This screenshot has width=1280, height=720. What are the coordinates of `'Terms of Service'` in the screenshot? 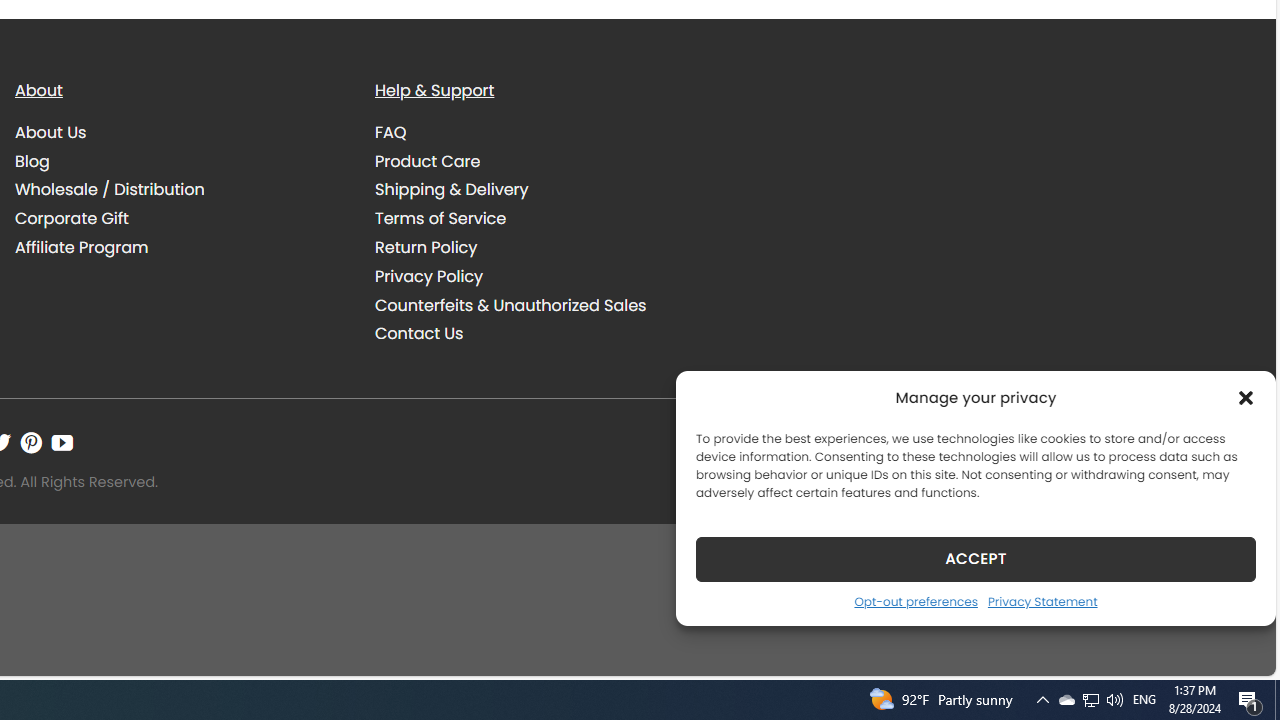 It's located at (540, 218).